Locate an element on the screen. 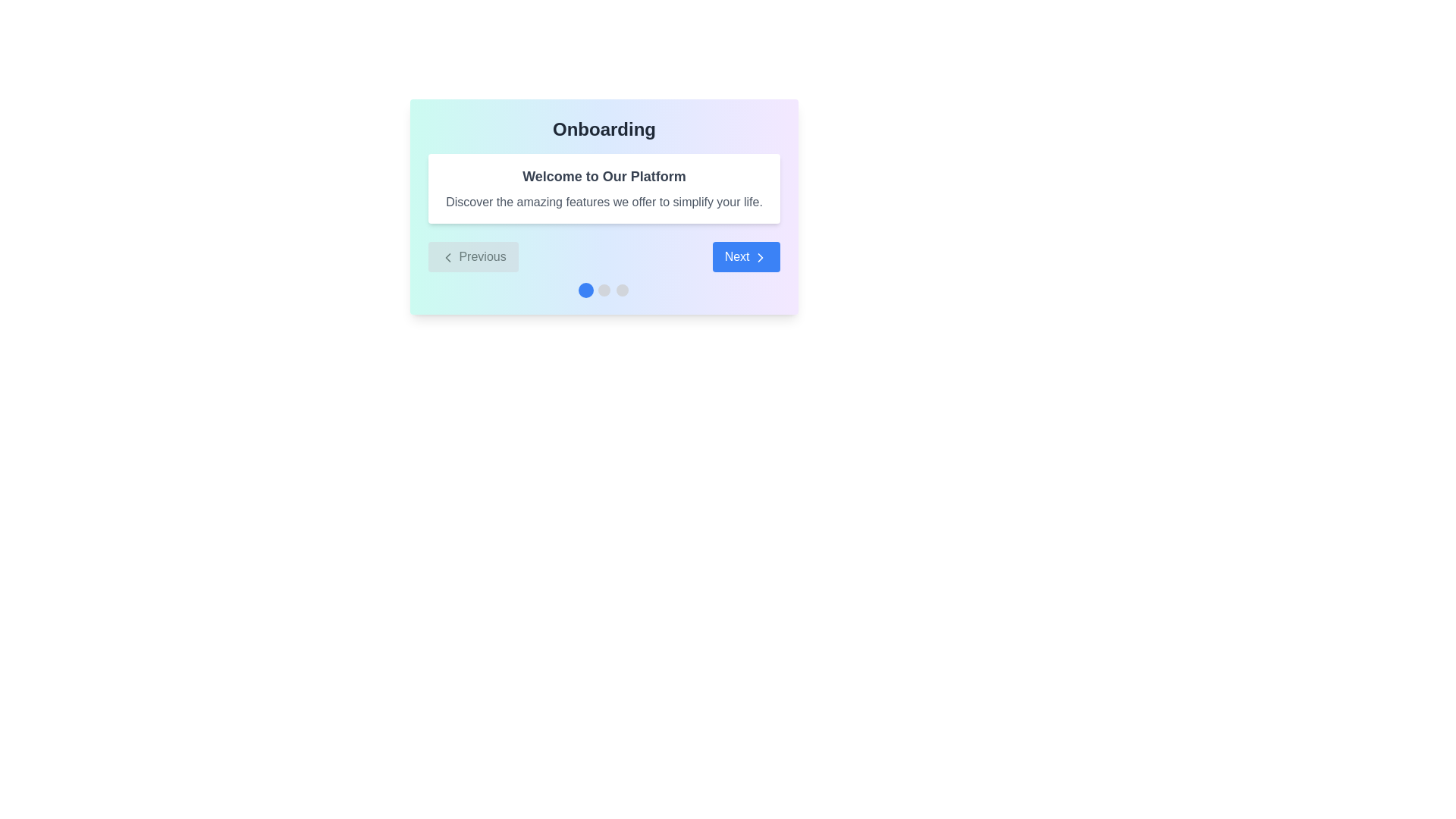  the left-pointing chevron icon within the 'Previous' button located in the gray section of the interface is located at coordinates (447, 256).